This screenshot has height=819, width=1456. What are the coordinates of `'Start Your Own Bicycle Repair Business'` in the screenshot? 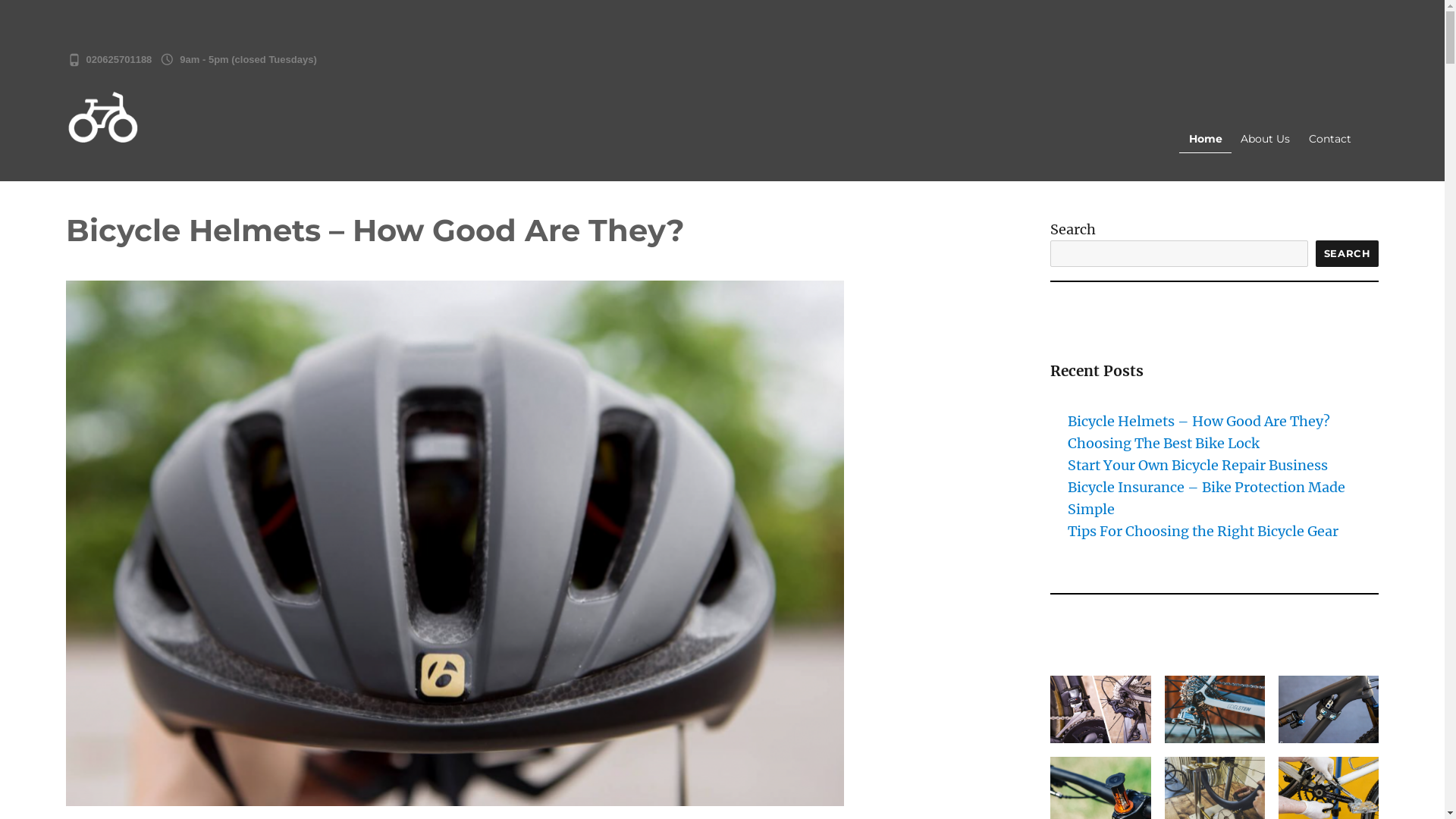 It's located at (1197, 464).